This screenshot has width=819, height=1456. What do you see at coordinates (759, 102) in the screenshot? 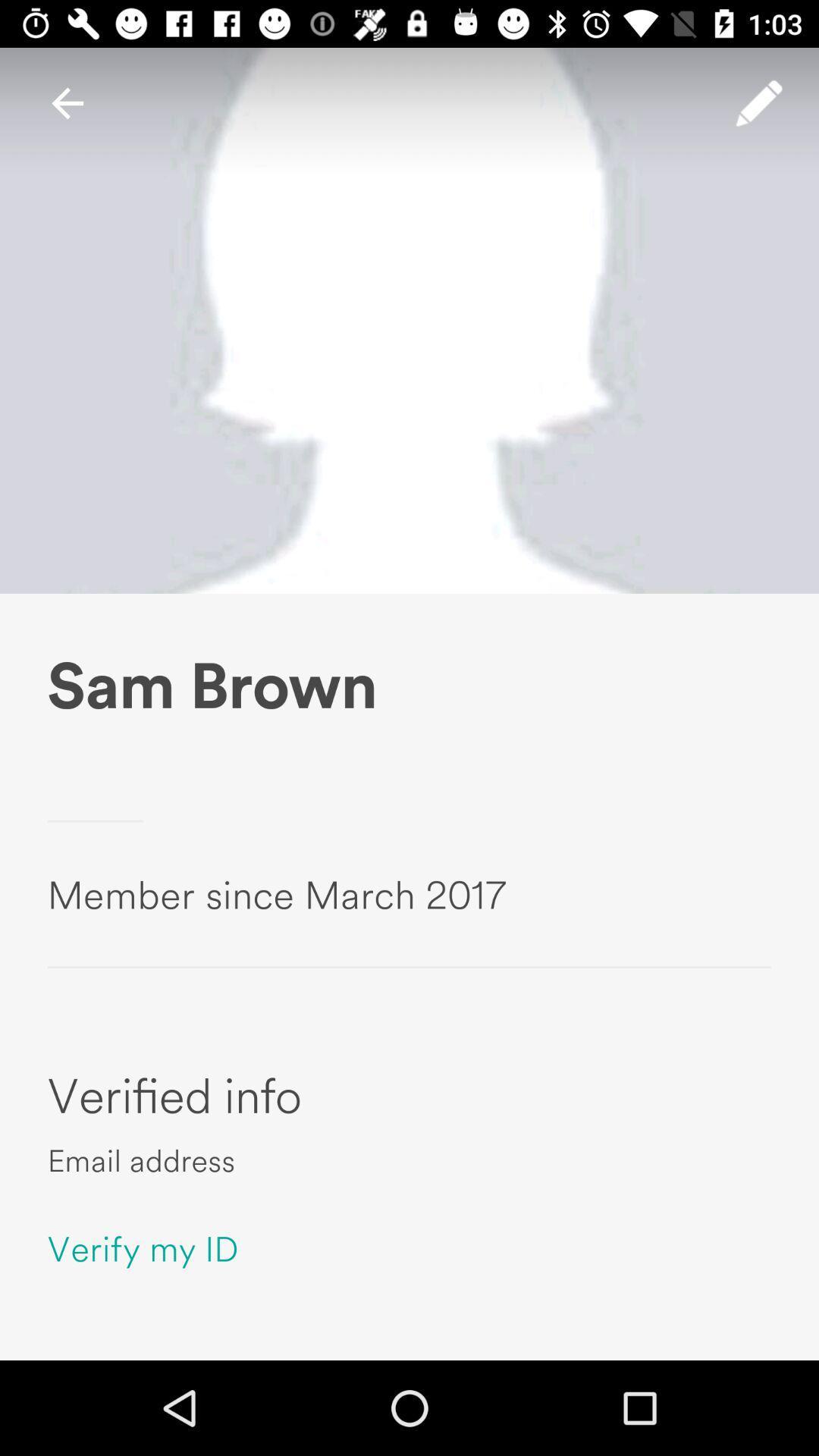
I see `the item above sam brown` at bounding box center [759, 102].